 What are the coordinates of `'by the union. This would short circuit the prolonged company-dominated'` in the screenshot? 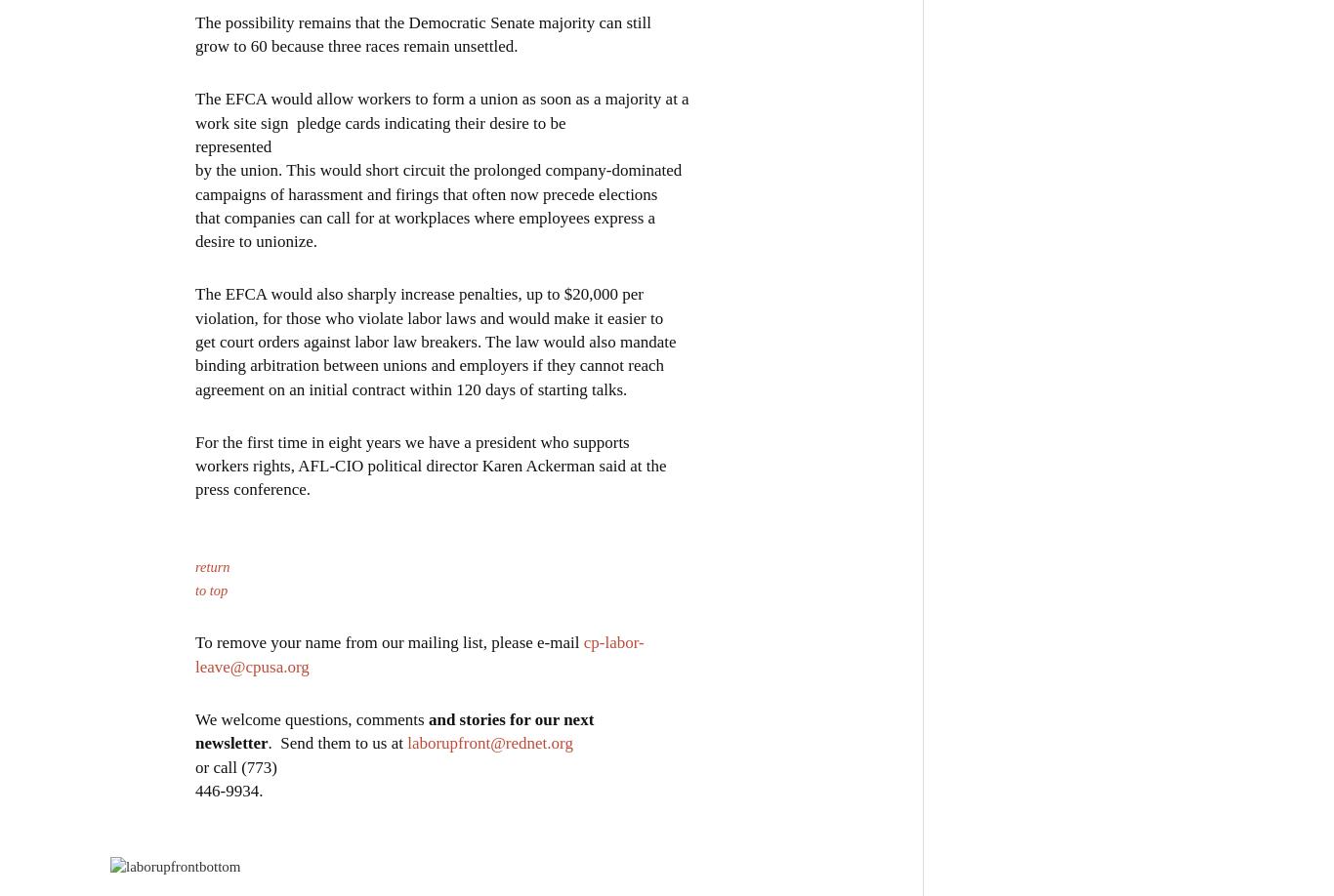 It's located at (438, 169).